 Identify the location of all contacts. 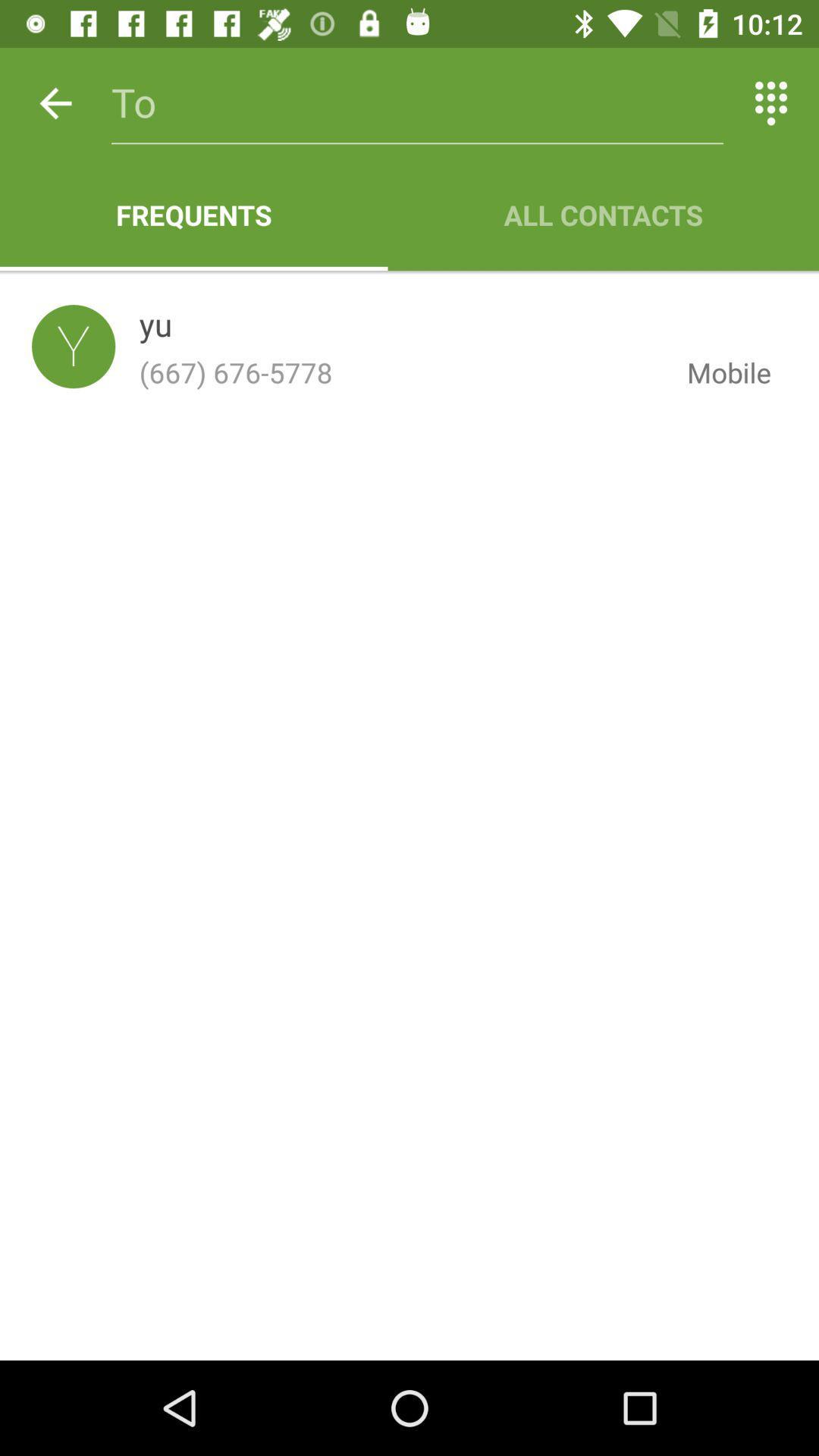
(602, 214).